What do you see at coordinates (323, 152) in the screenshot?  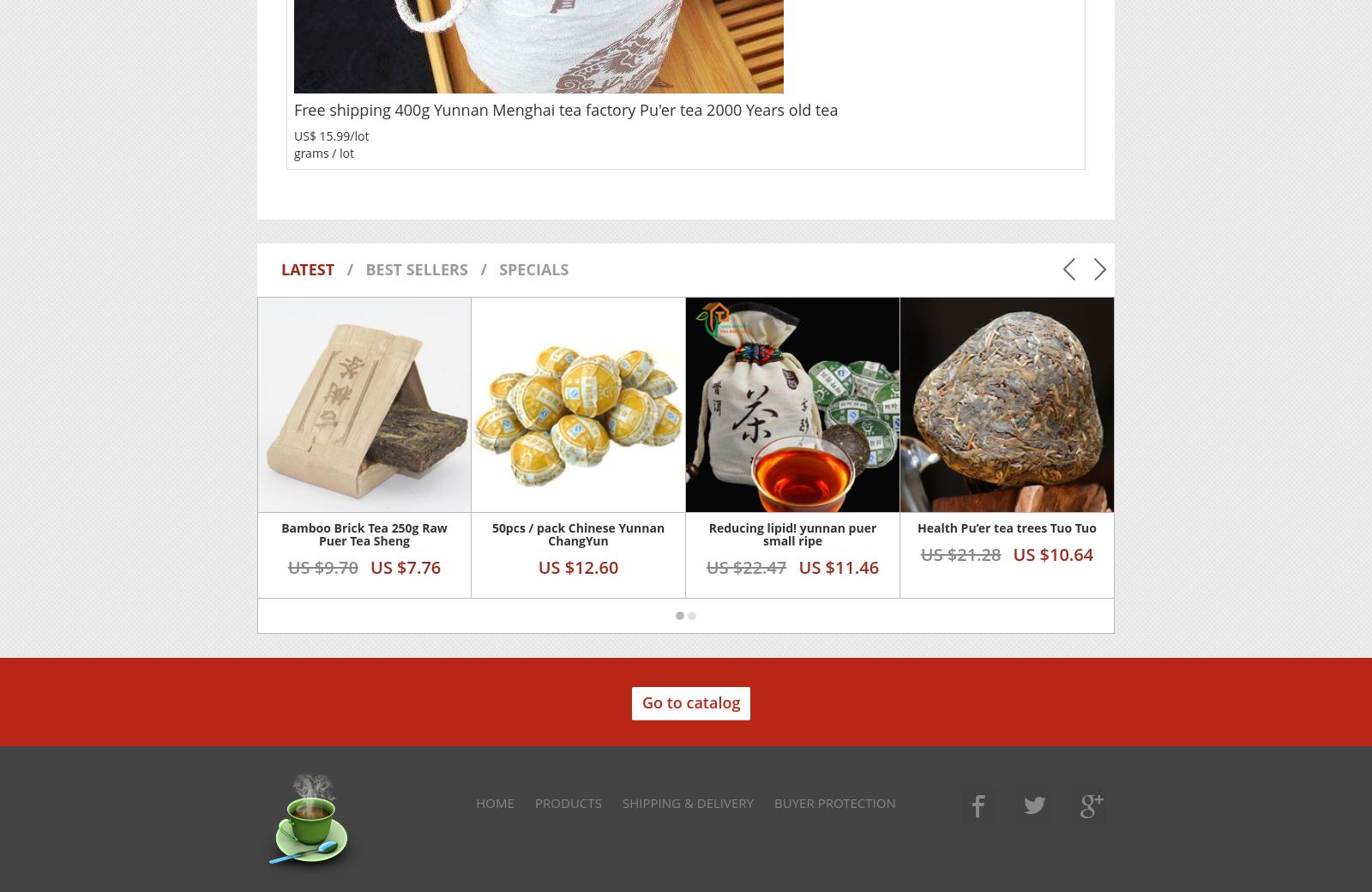 I see `'grams / lot'` at bounding box center [323, 152].